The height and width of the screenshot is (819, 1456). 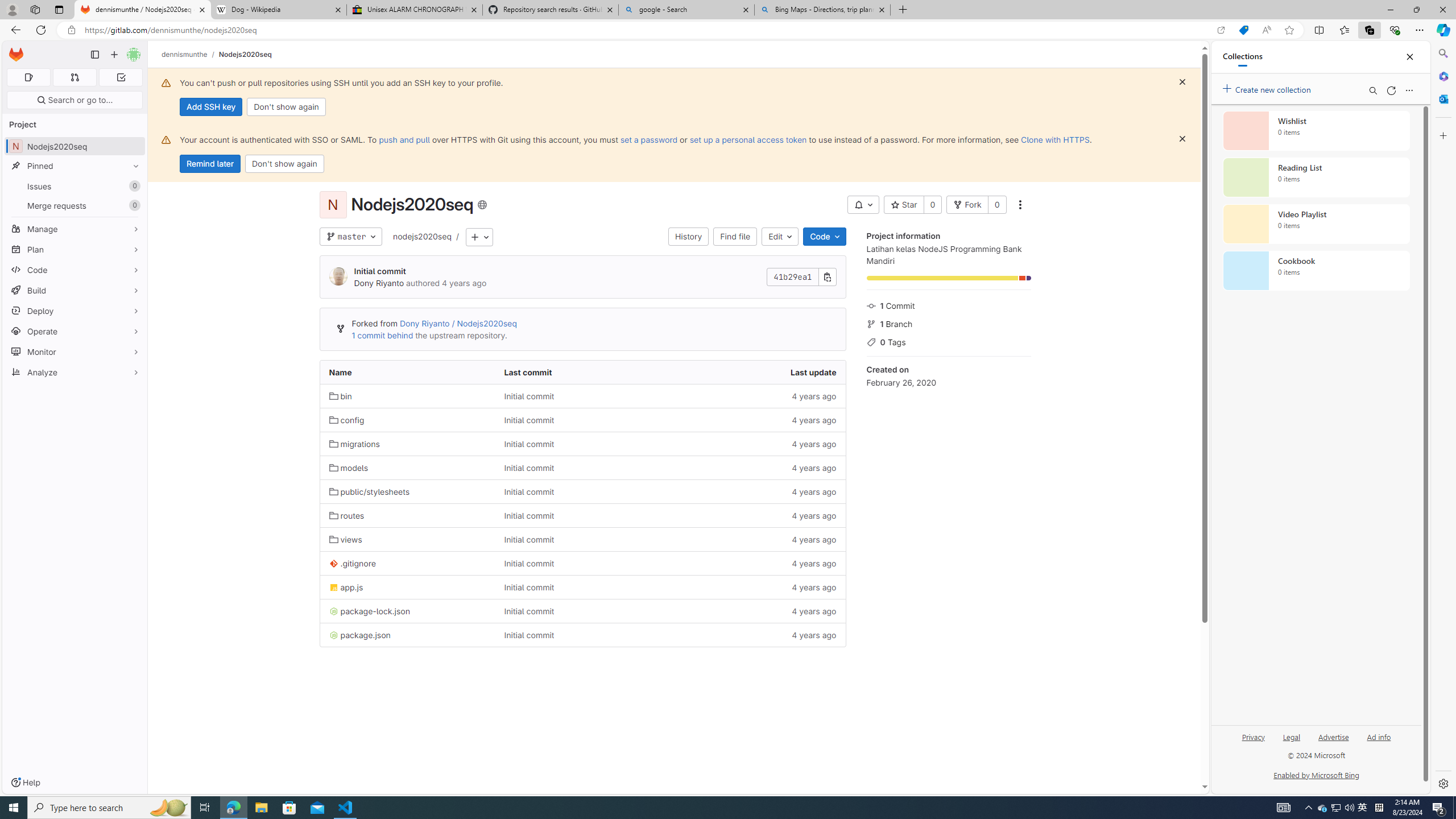 I want to click on 'Plan', so click(x=74, y=249).